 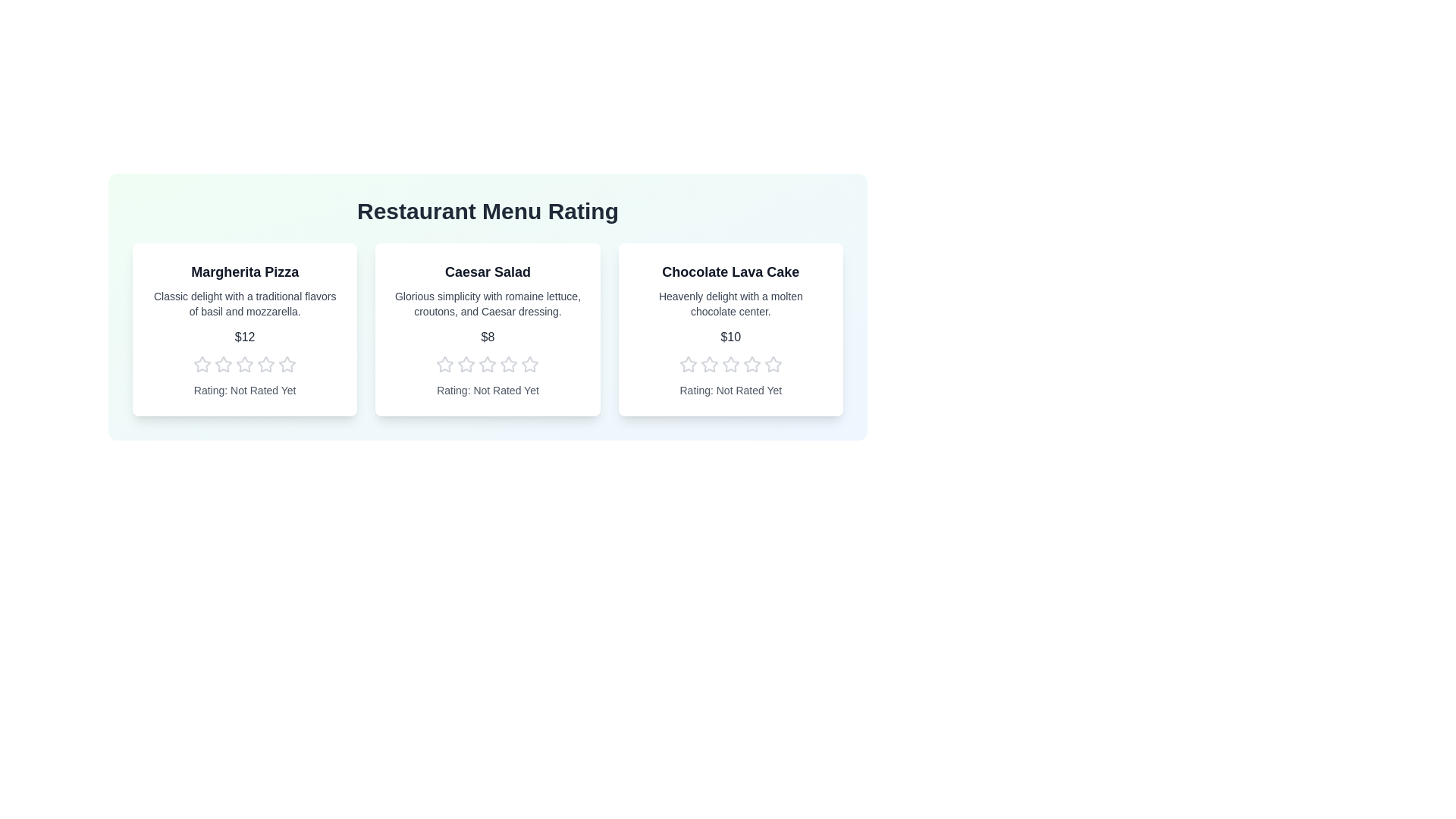 I want to click on the star corresponding to the desired rating 5 for the menu item Margherita Pizza, so click(x=287, y=365).